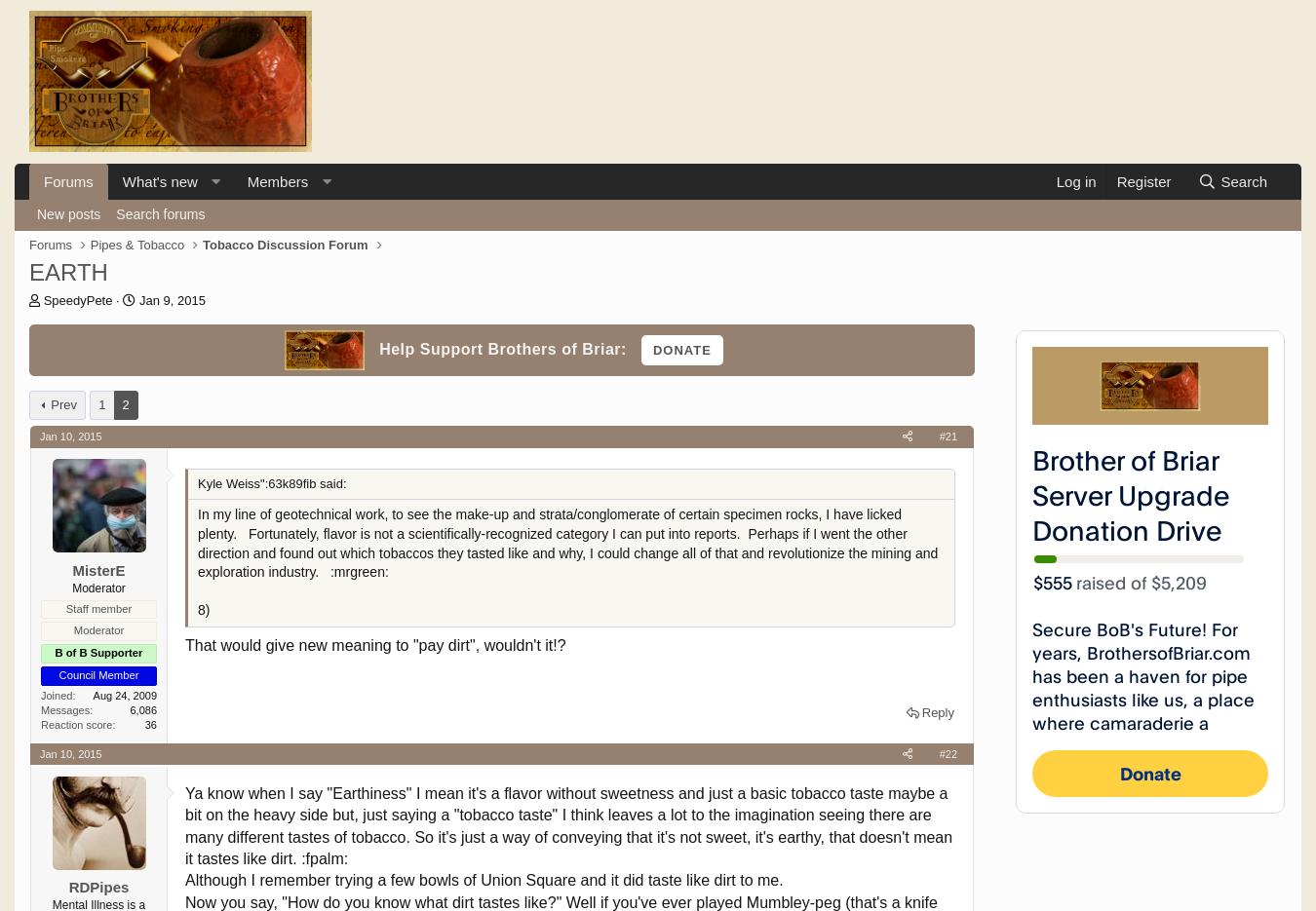 Image resolution: width=1316 pixels, height=911 pixels. I want to click on 'Kyle Weiss":63k89fib said:', so click(271, 483).